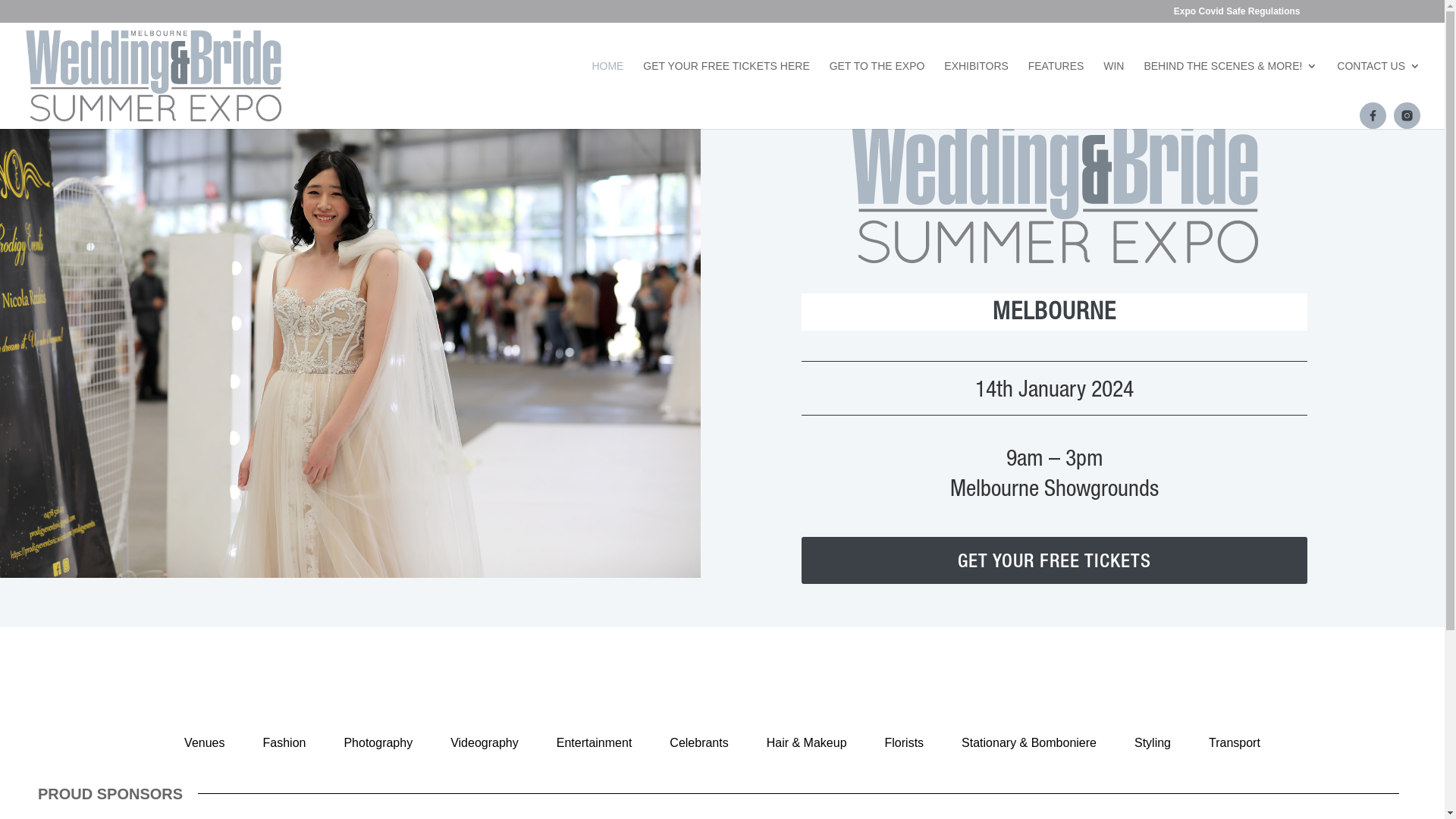 The width and height of the screenshot is (1456, 819). I want to click on 'Styling', so click(1153, 742).